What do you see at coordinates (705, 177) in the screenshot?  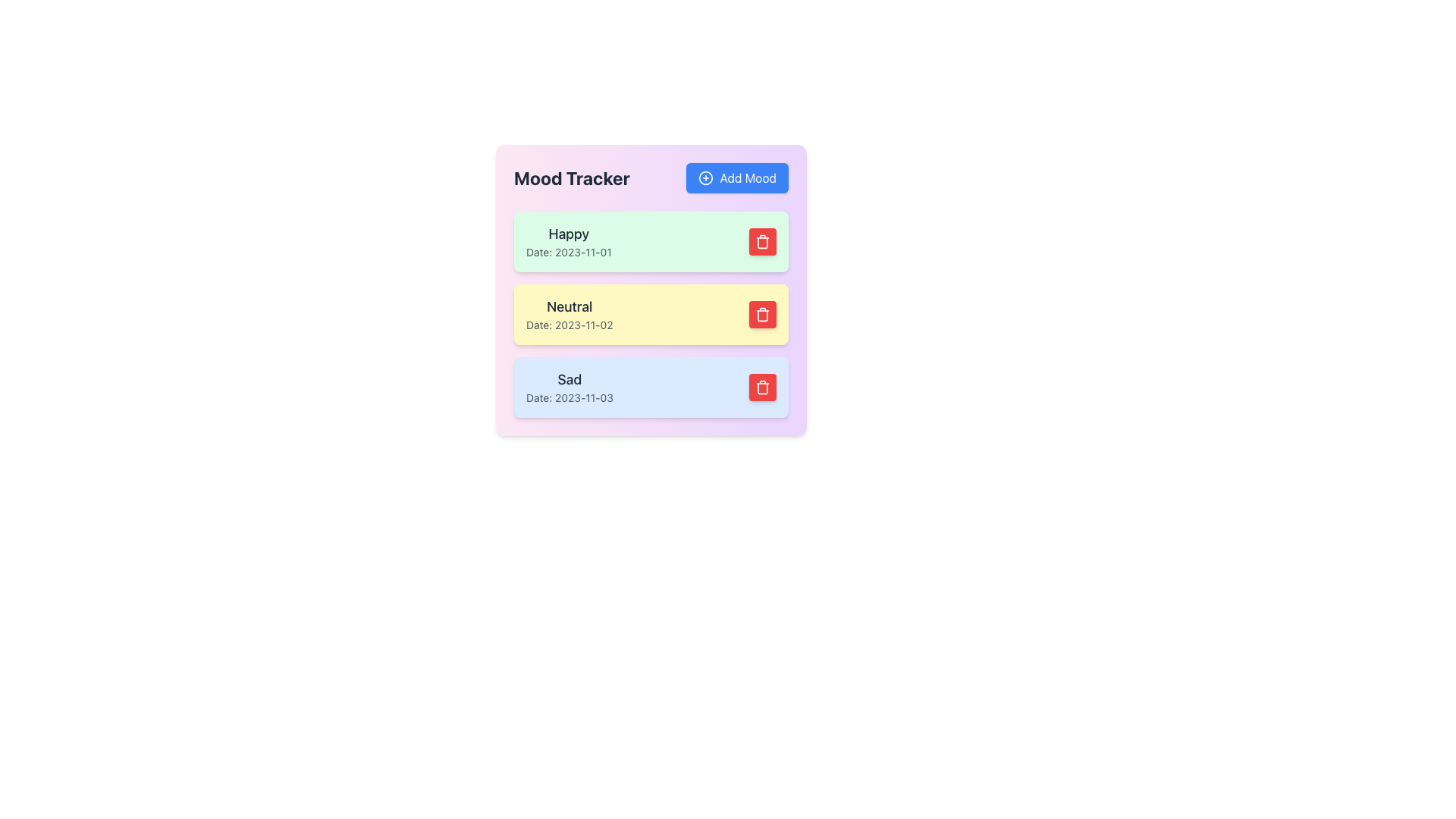 I see `the 'Add Mood' button icon, which is positioned to the left of the text label in the top-right corner of the 'Mood Tracker' section` at bounding box center [705, 177].